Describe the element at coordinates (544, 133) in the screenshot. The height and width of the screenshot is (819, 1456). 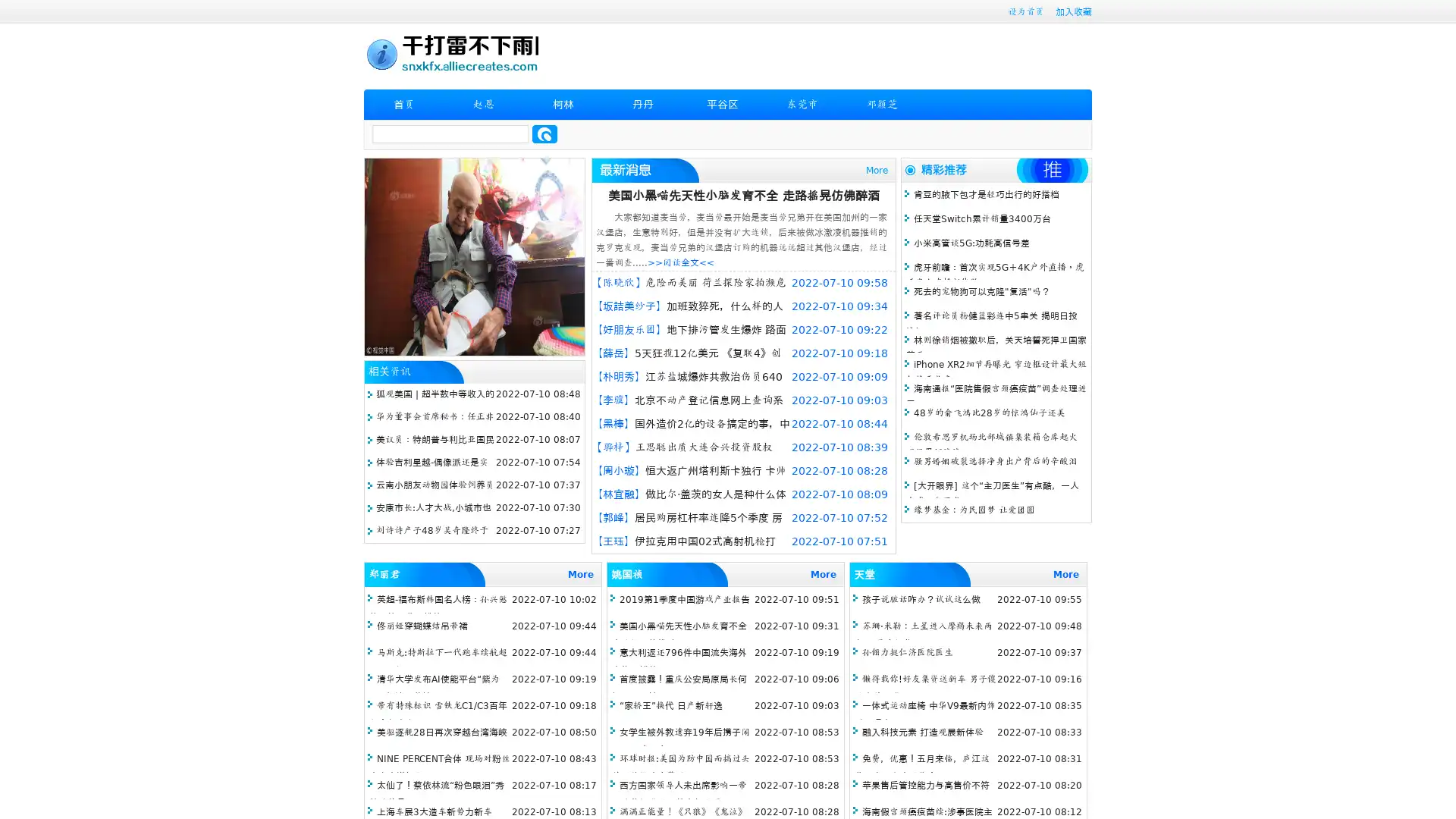
I see `Search` at that location.